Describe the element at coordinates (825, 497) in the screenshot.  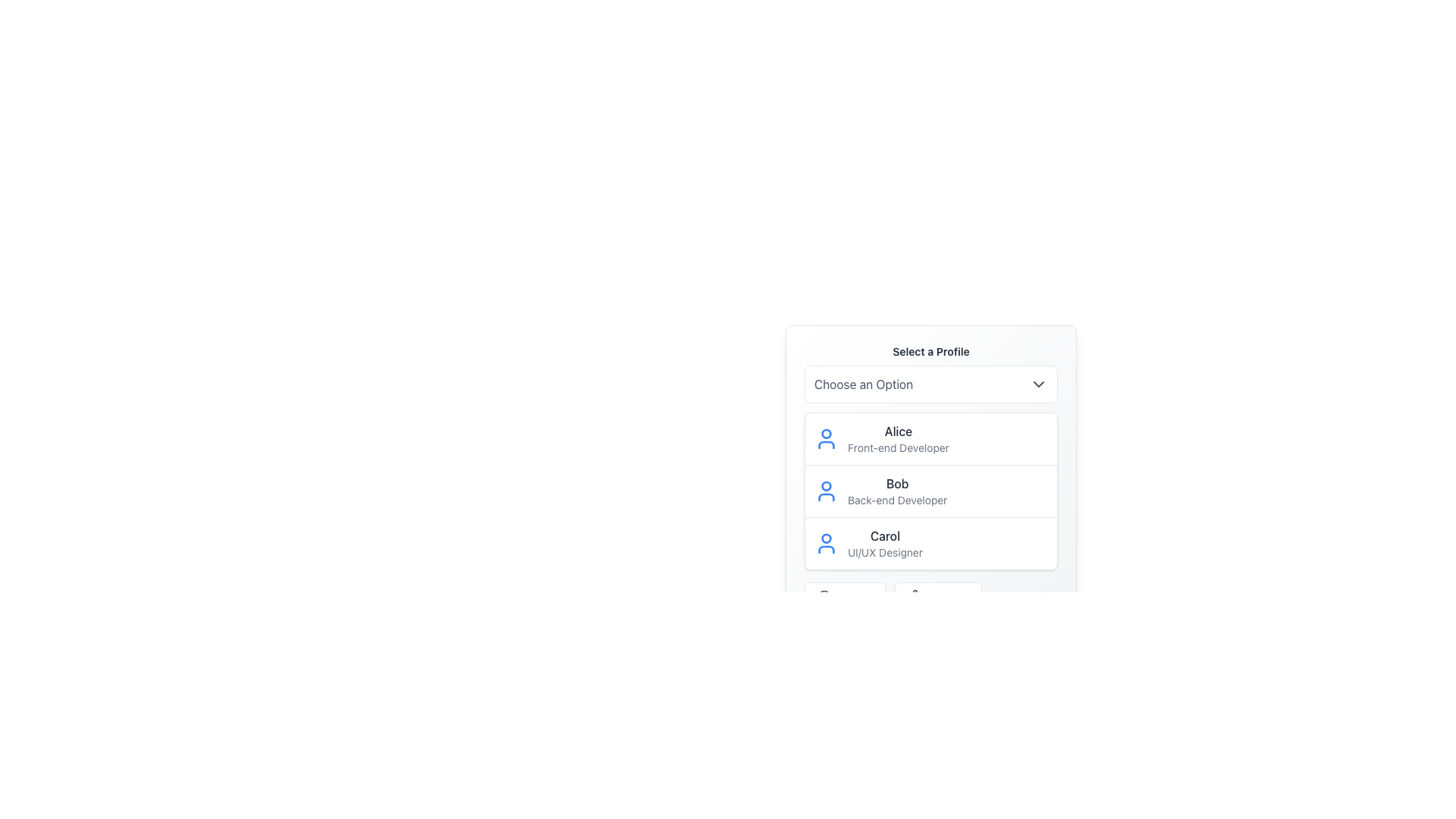
I see `the graphical icon component that represents Bob's role as a Back-end Developer, located to the left of his name in the user profile cluster` at that location.